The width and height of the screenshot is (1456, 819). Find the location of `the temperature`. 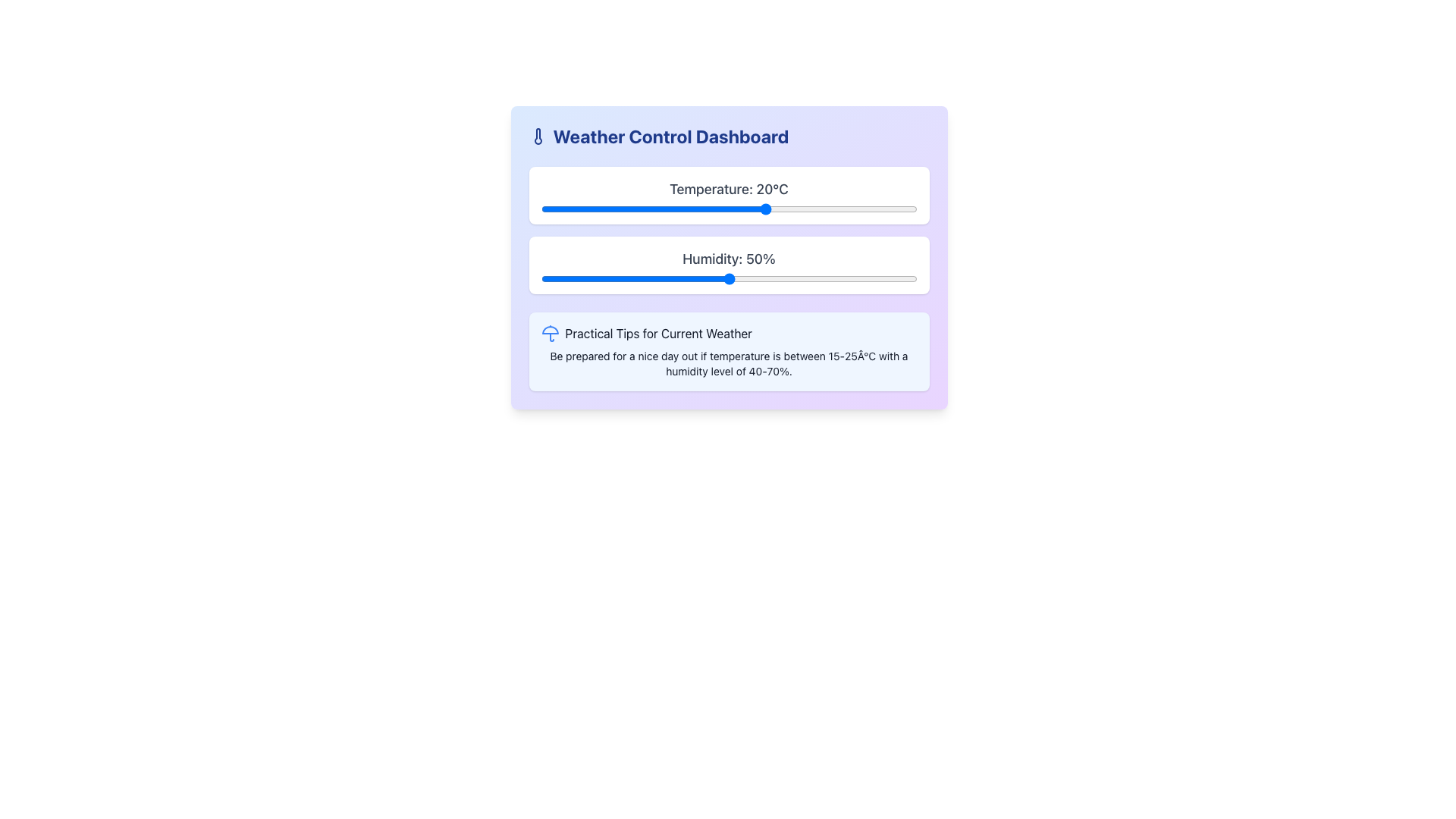

the temperature is located at coordinates (774, 209).